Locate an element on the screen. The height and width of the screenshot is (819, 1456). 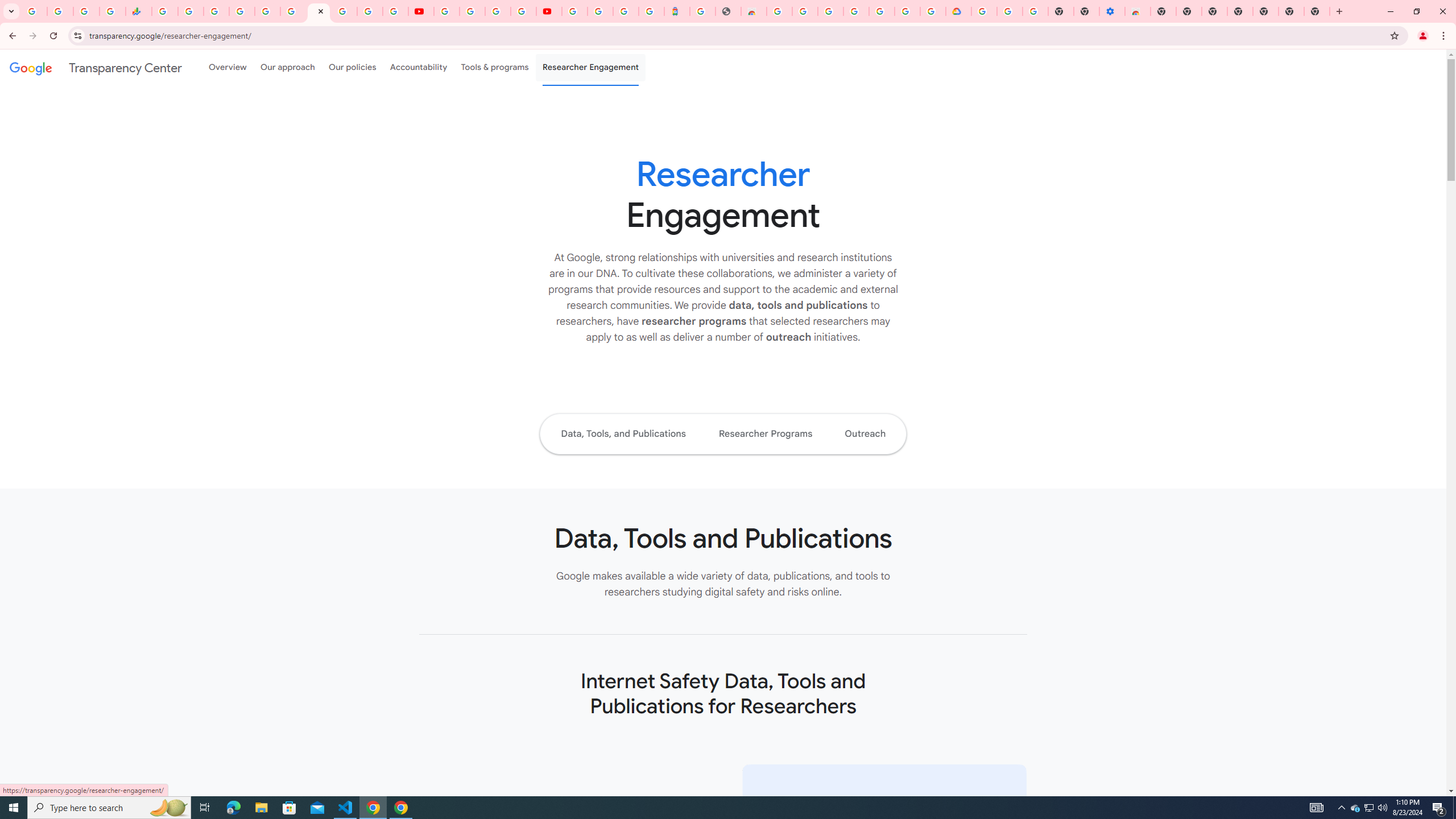
'Chrome Web Store - Household' is located at coordinates (753, 11).